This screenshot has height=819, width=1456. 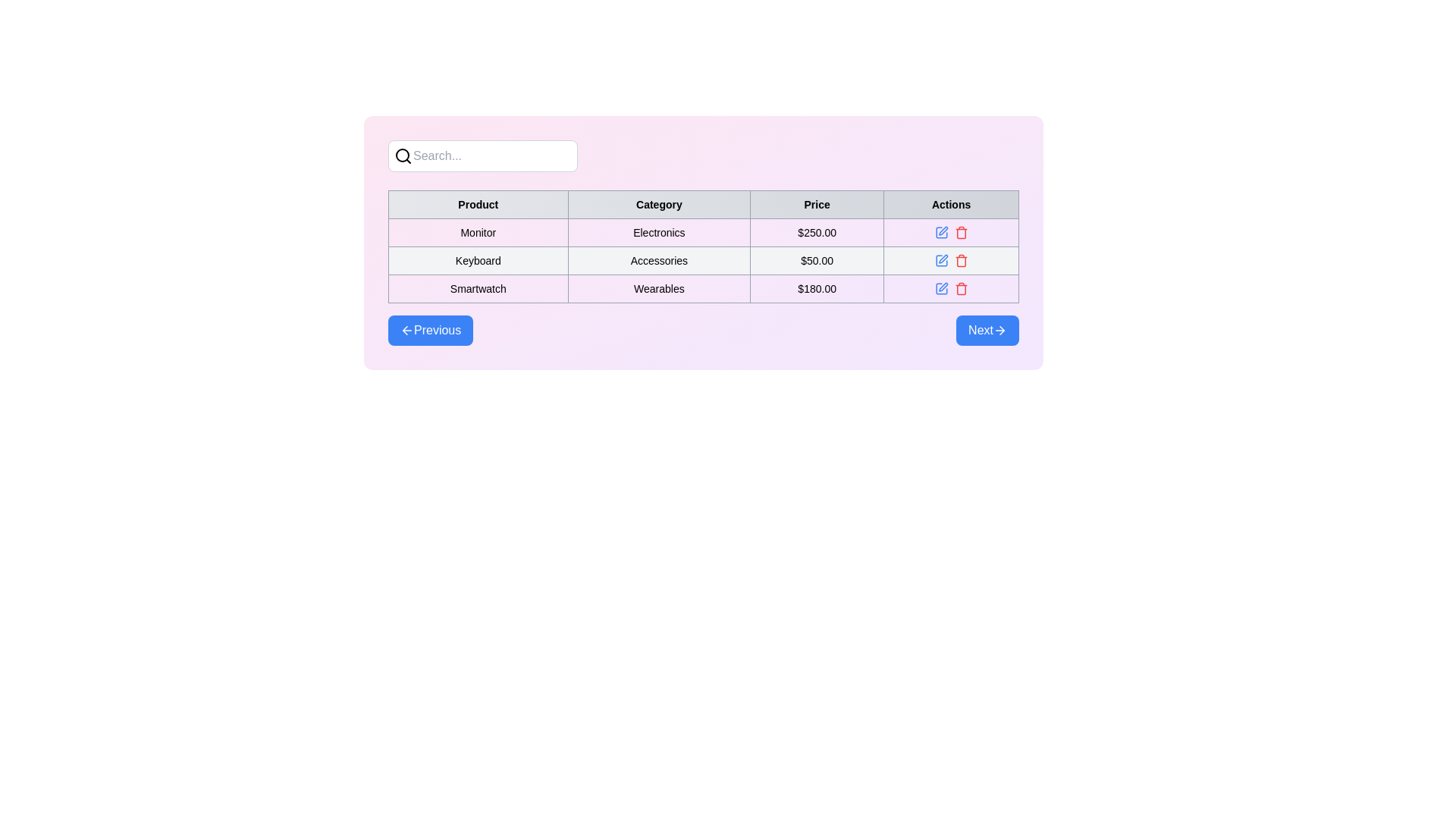 What do you see at coordinates (816, 259) in the screenshot?
I see `price value displayed for the item 'Keyboard' located in the third column of the second row in the tabular interface under the 'Price' header` at bounding box center [816, 259].